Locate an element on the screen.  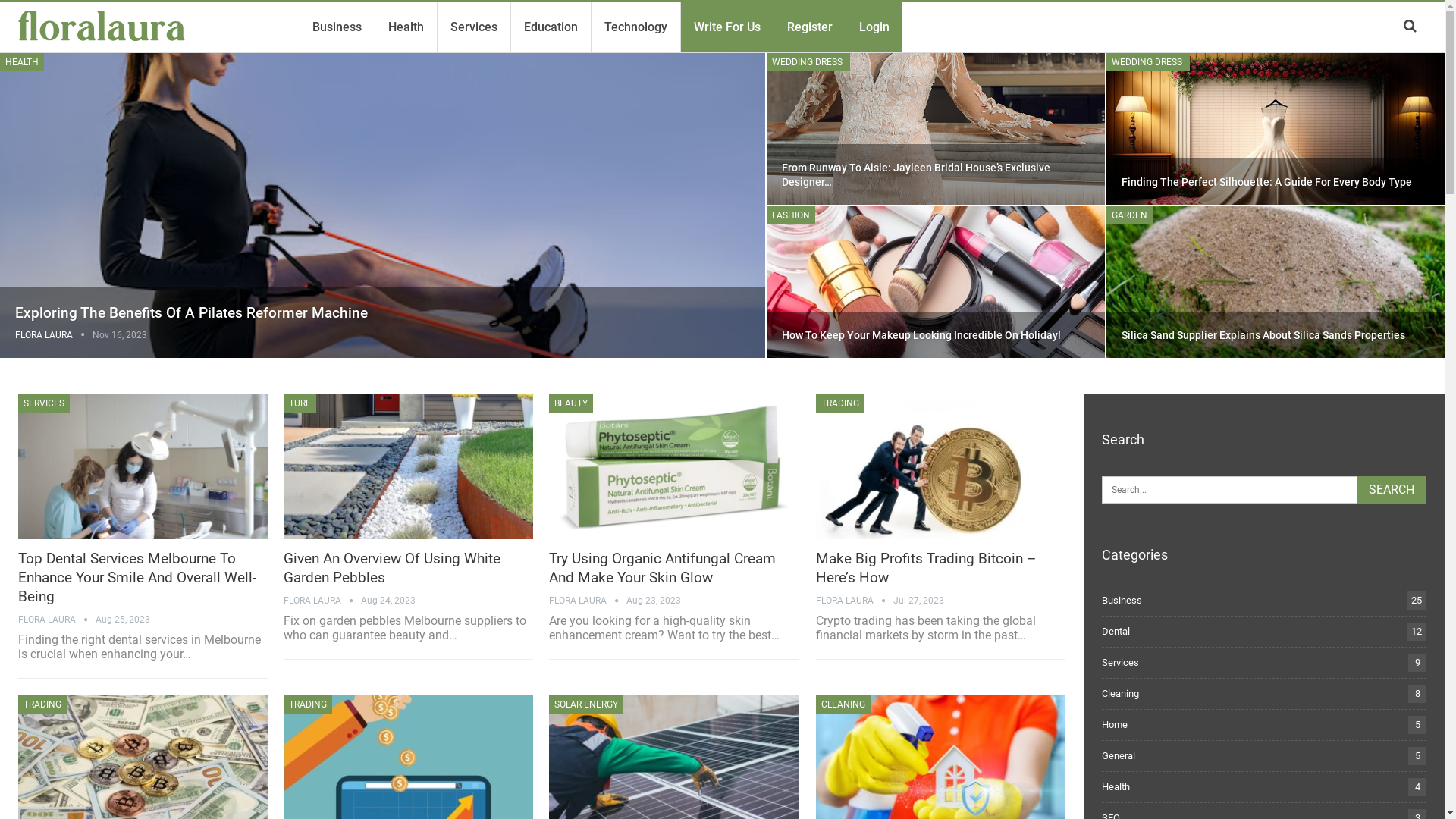
'BEAUTY' is located at coordinates (548, 403).